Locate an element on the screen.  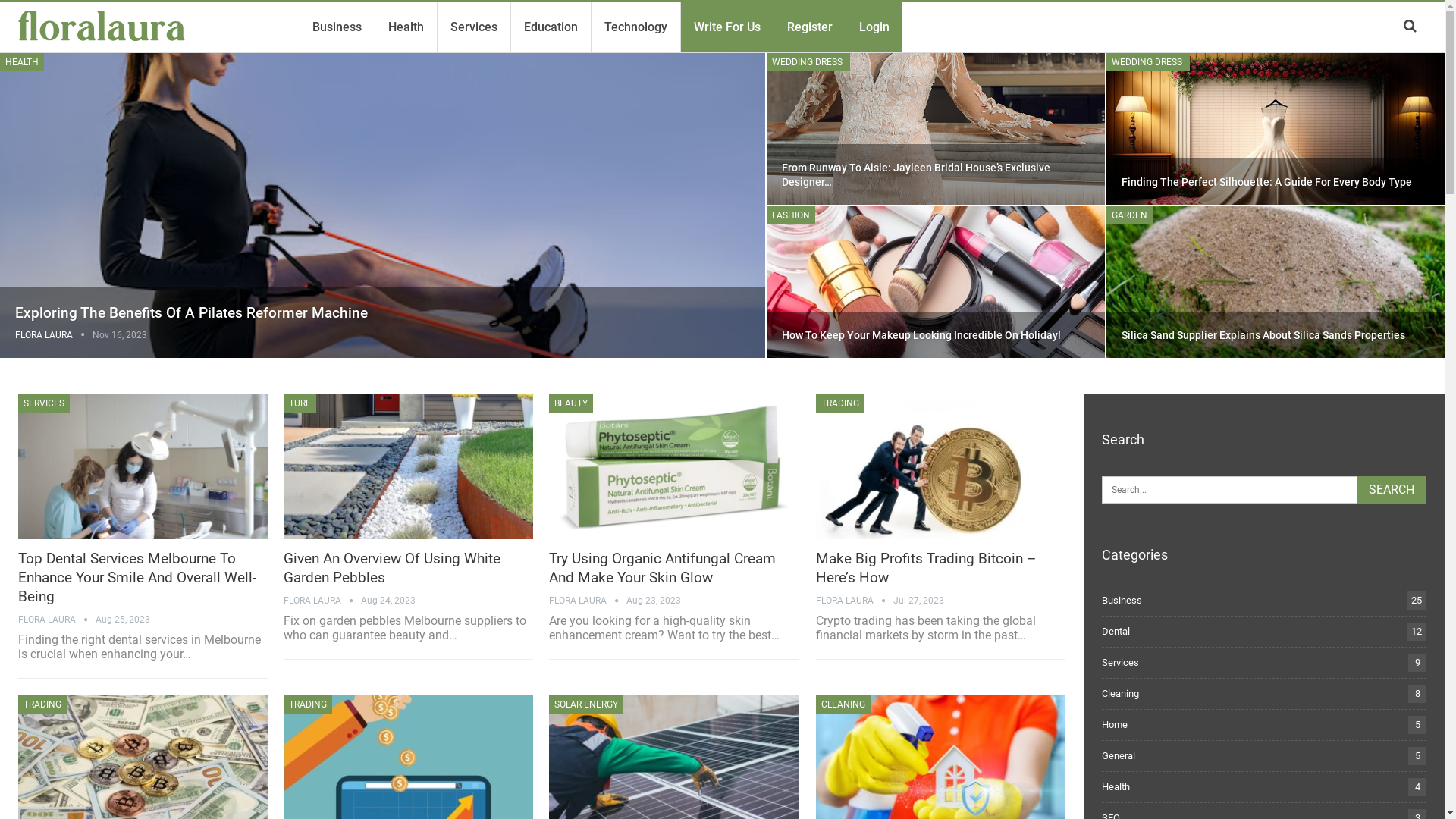
'BEAUTY' is located at coordinates (548, 403).